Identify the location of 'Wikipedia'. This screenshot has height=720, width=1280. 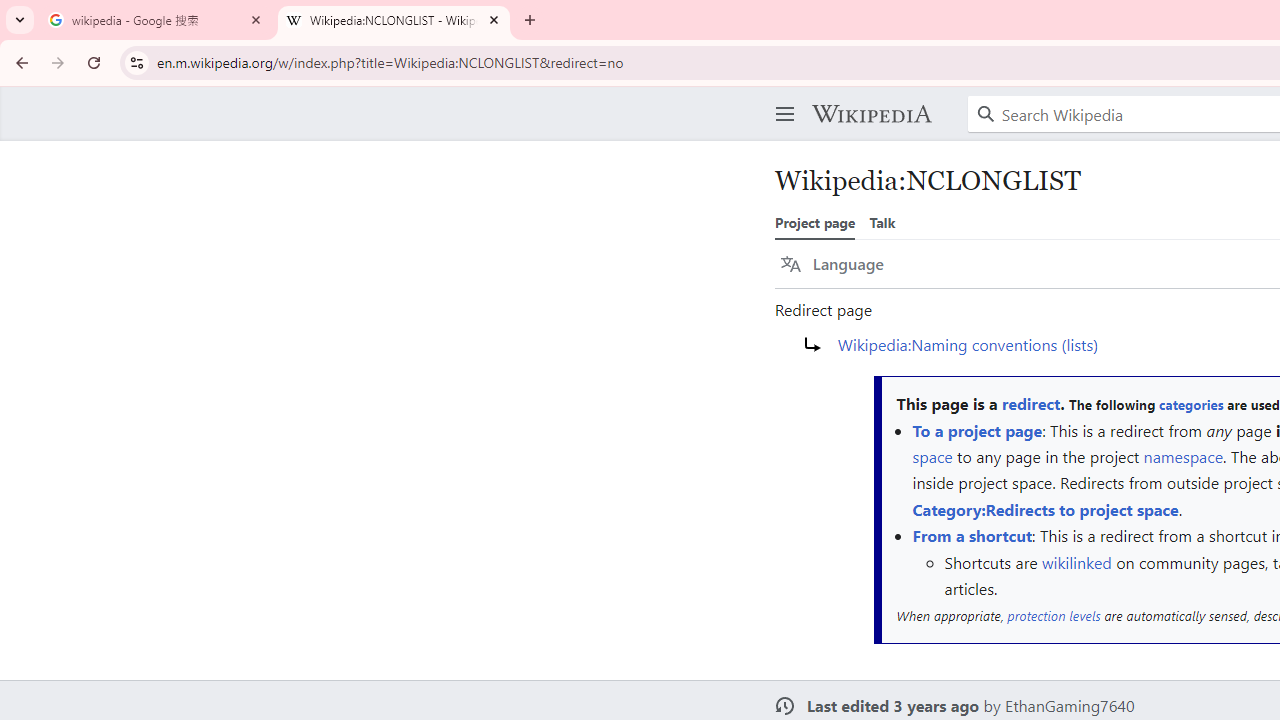
(871, 114).